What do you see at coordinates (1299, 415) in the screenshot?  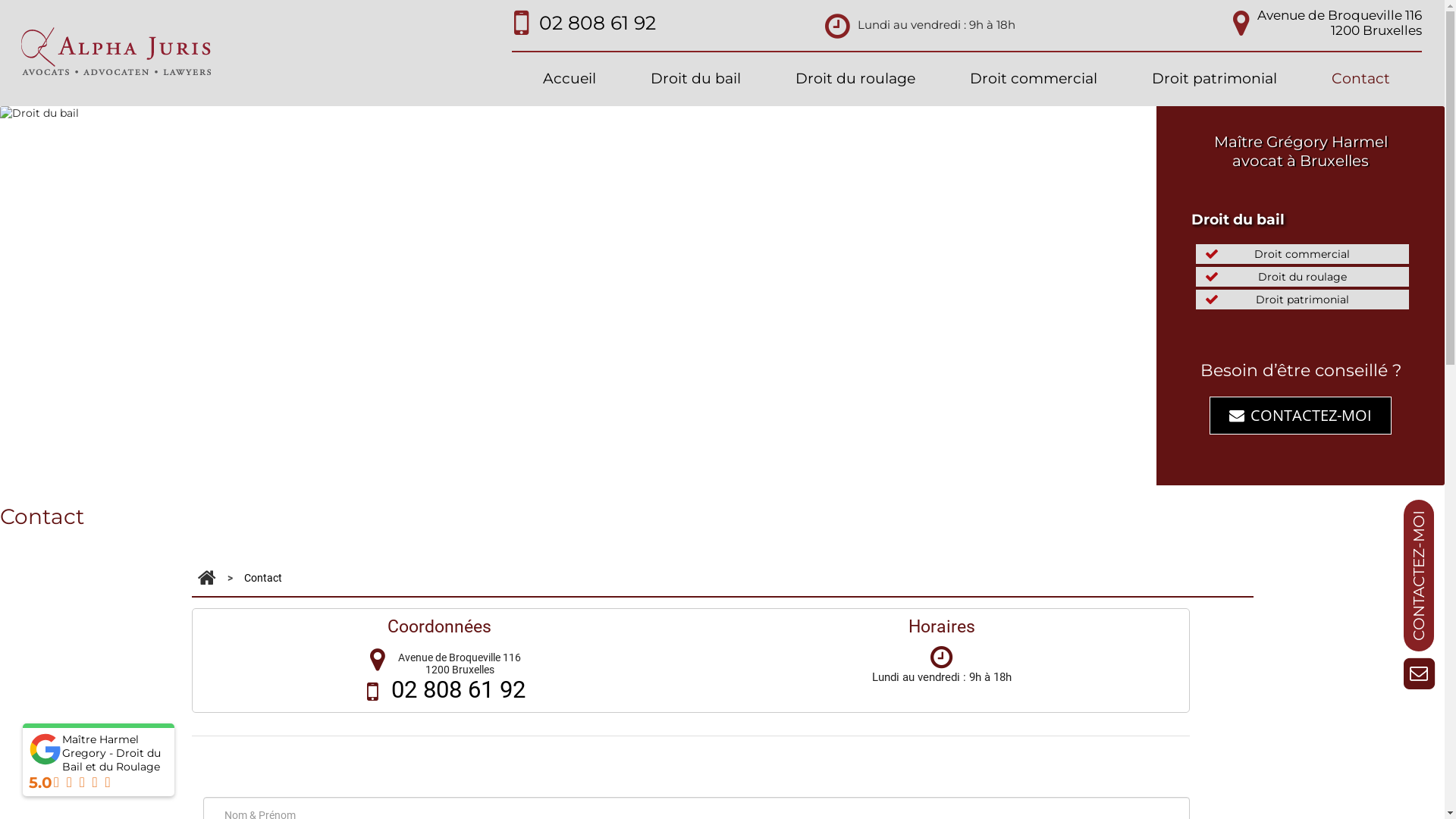 I see `'CONTACTEZ-MOI'` at bounding box center [1299, 415].